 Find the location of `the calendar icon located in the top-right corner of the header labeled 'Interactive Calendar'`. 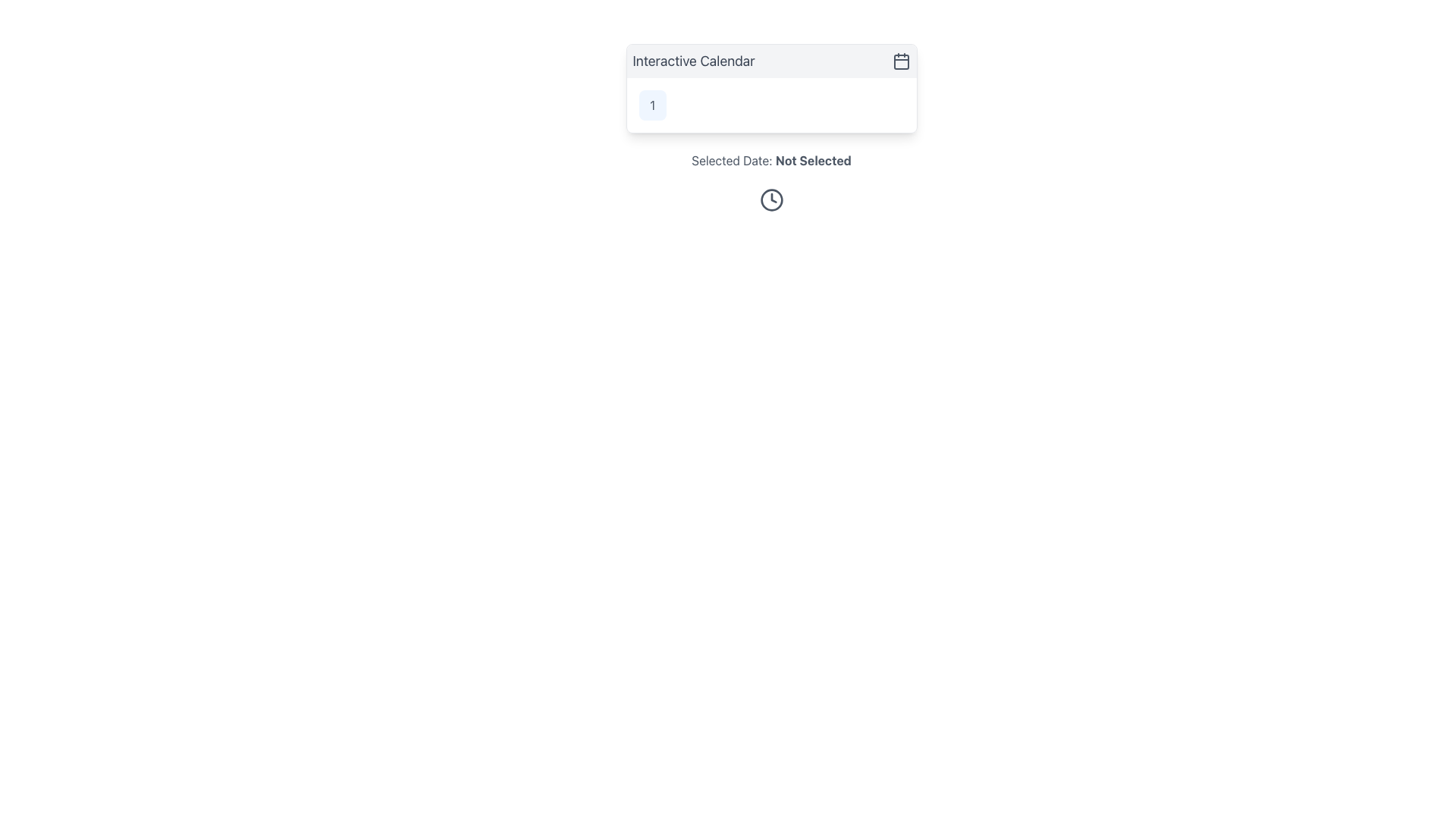

the calendar icon located in the top-right corner of the header labeled 'Interactive Calendar' is located at coordinates (901, 61).